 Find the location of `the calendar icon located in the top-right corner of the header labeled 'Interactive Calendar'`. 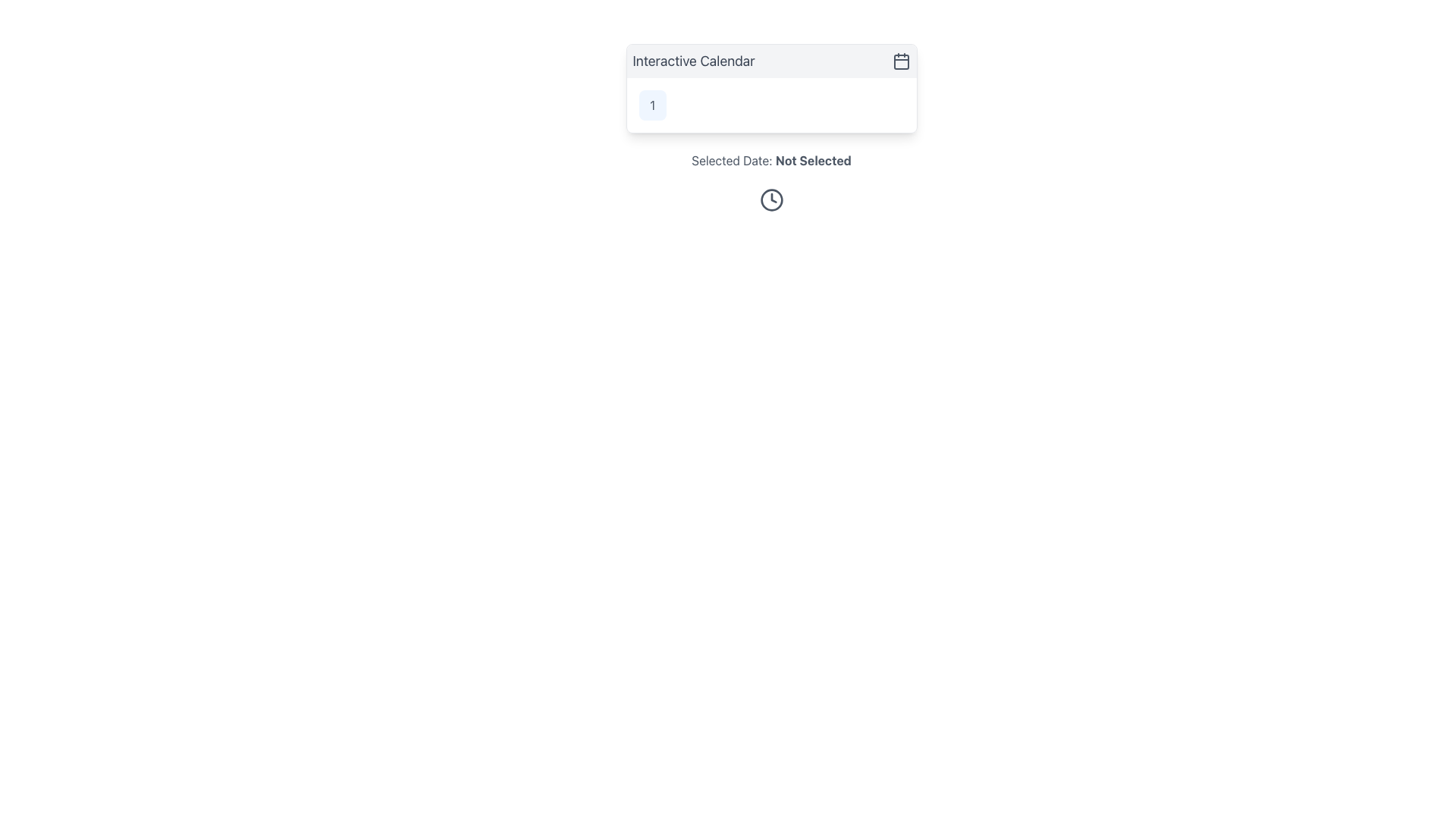

the calendar icon located in the top-right corner of the header labeled 'Interactive Calendar' is located at coordinates (901, 61).